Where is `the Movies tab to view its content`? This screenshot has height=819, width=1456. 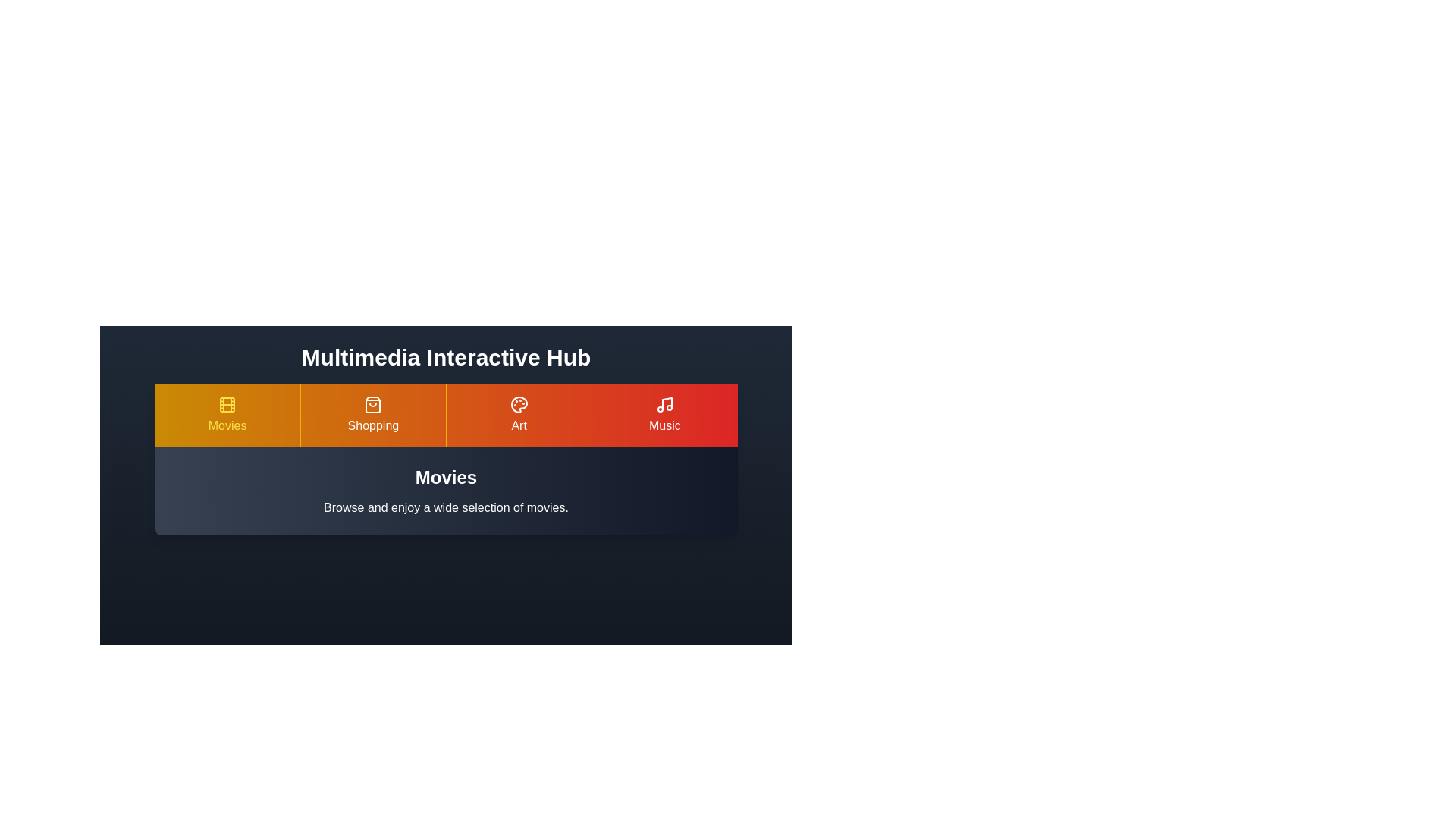
the Movies tab to view its content is located at coordinates (227, 415).